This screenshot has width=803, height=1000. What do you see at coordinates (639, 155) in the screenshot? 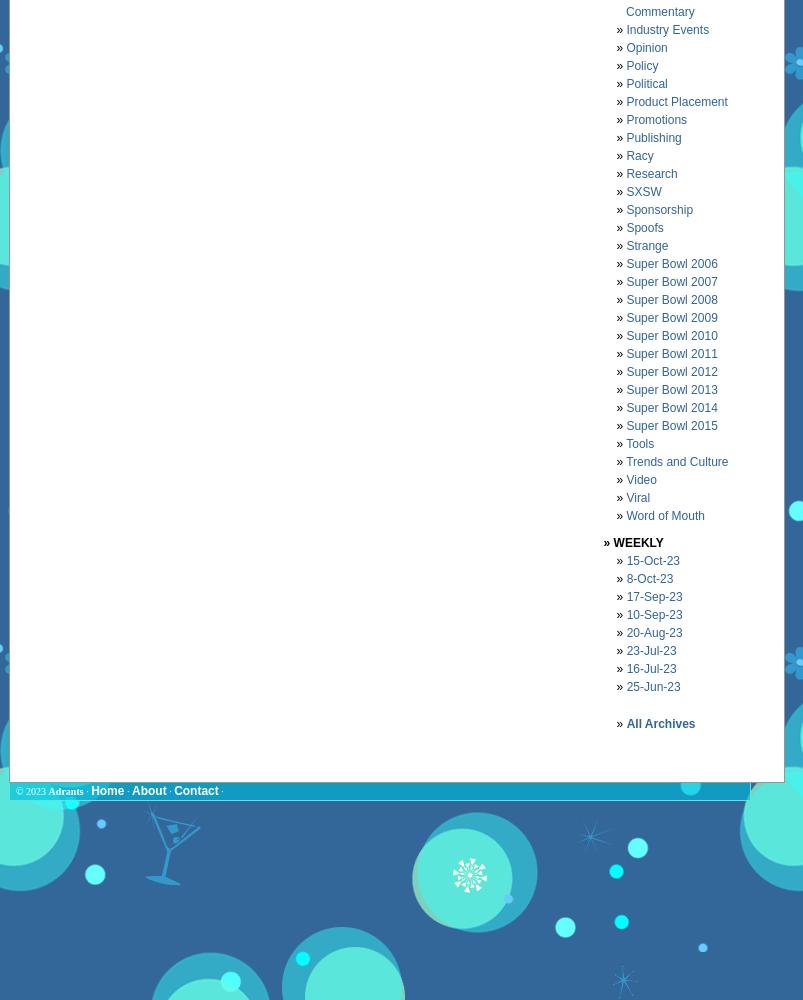
I see `'Racy'` at bounding box center [639, 155].